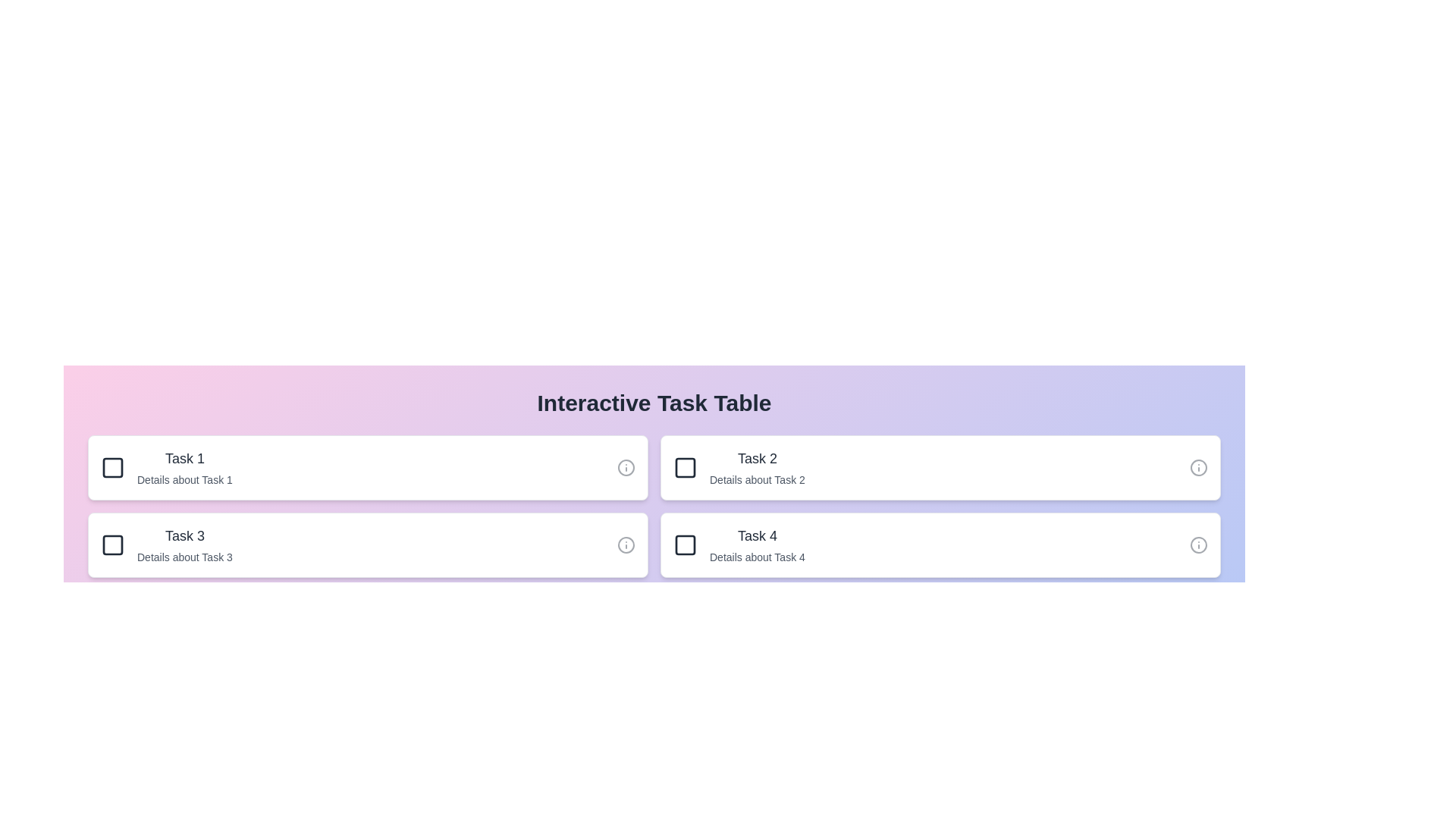 This screenshot has height=819, width=1456. What do you see at coordinates (626, 544) in the screenshot?
I see `the information icon for task 3 to view its details` at bounding box center [626, 544].